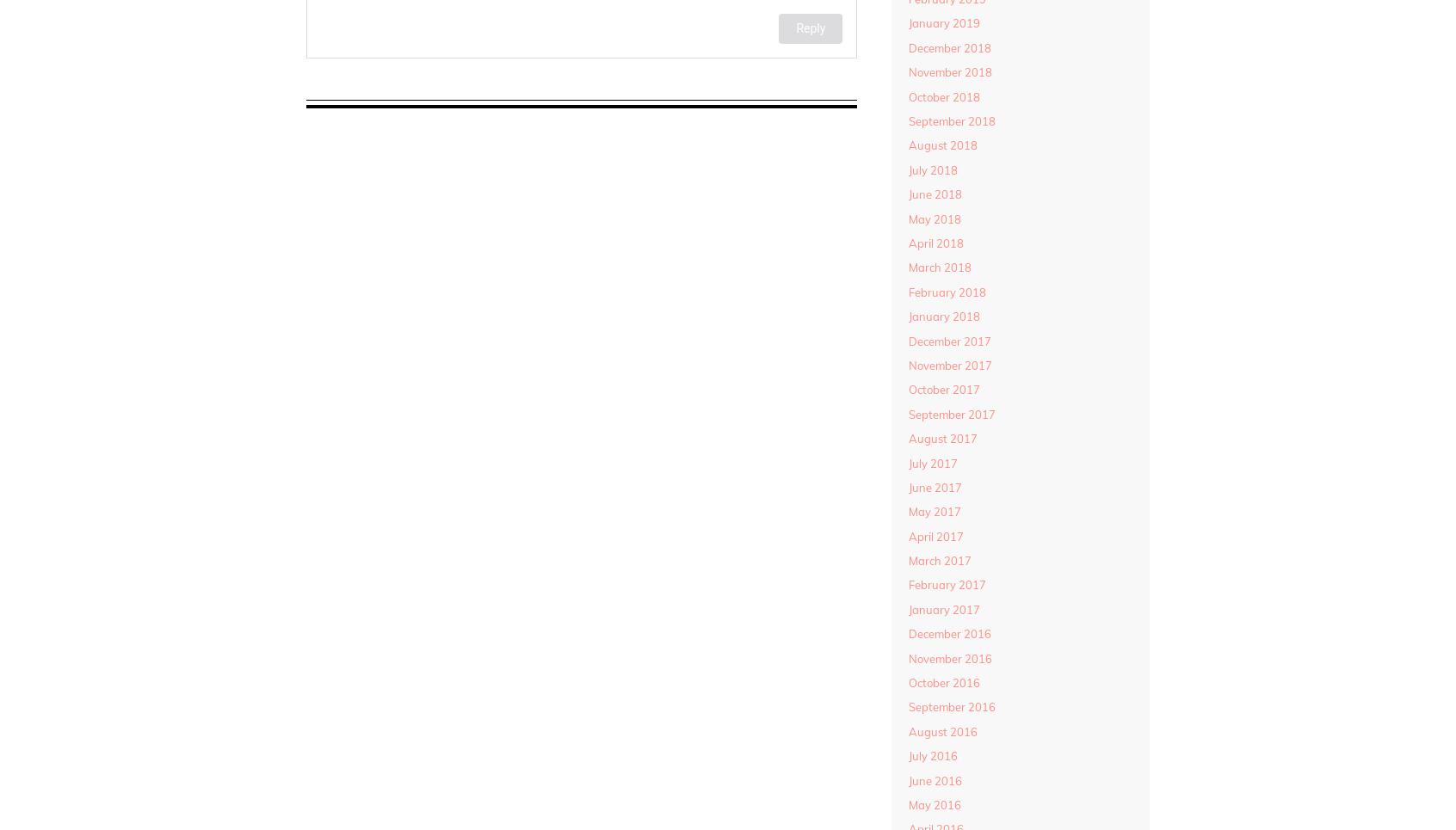 The image size is (1456, 830). Describe the element at coordinates (932, 461) in the screenshot. I see `'July 2017'` at that location.